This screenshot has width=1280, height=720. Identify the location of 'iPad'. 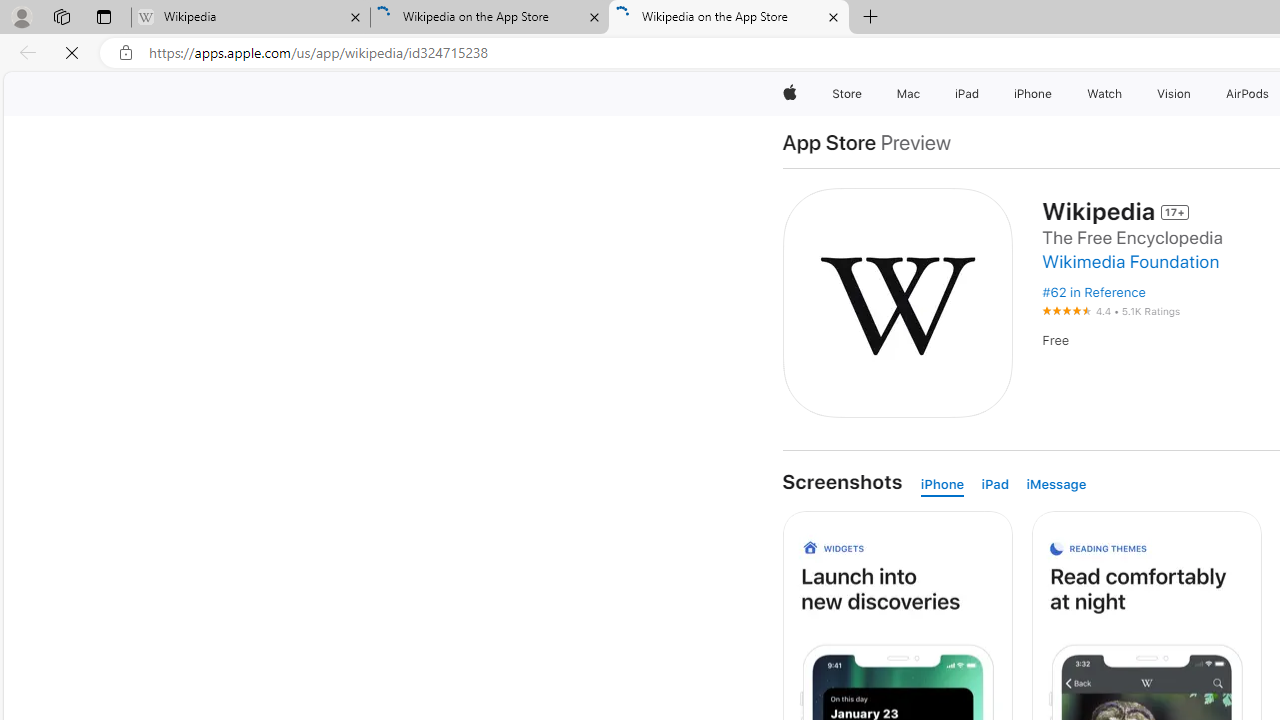
(999, 485).